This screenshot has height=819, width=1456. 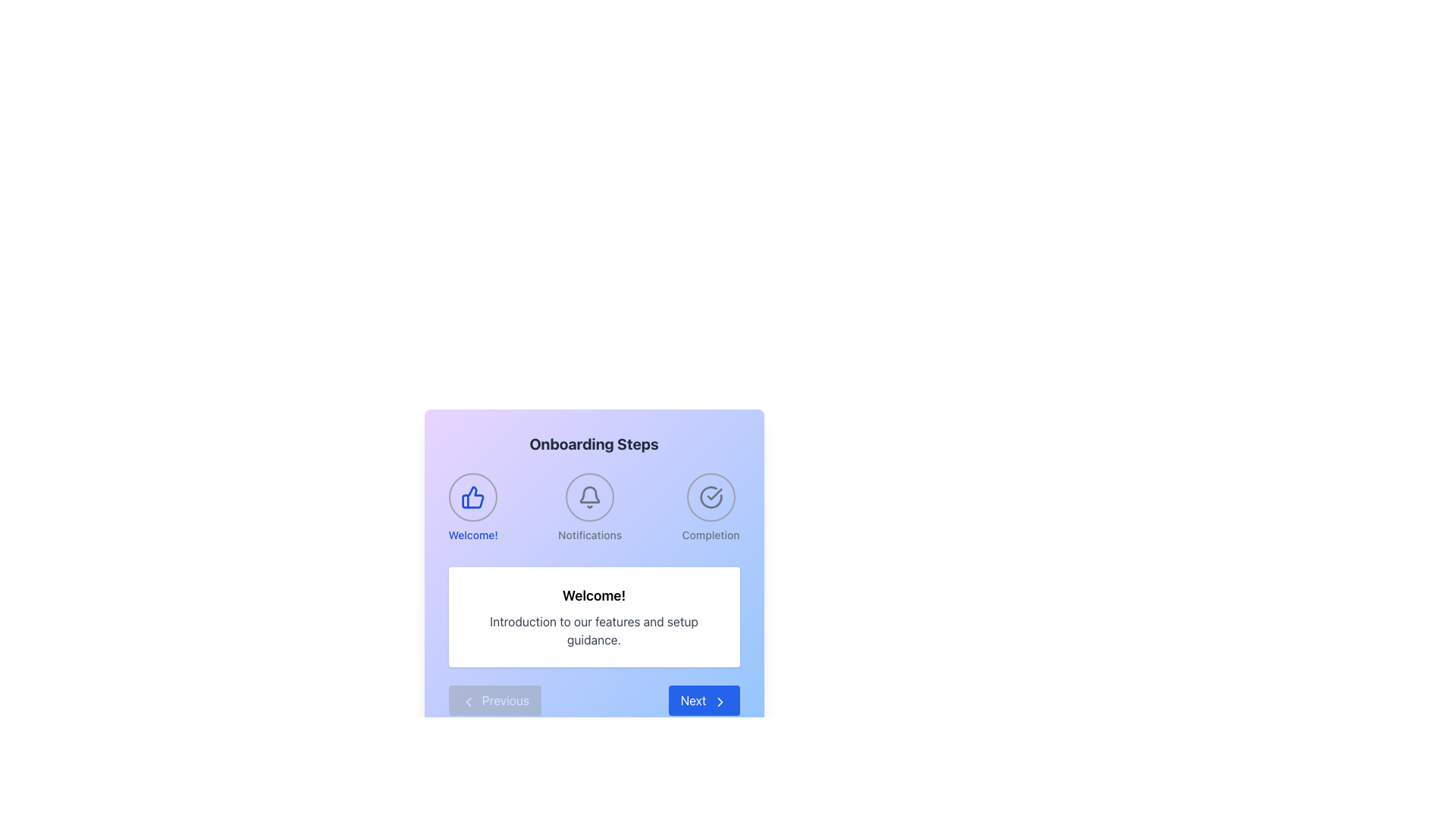 What do you see at coordinates (589, 534) in the screenshot?
I see `the 'Notifications' text label which is a small-sized, bold, center-aligned label located beneath the bell icon in the notifications section` at bounding box center [589, 534].